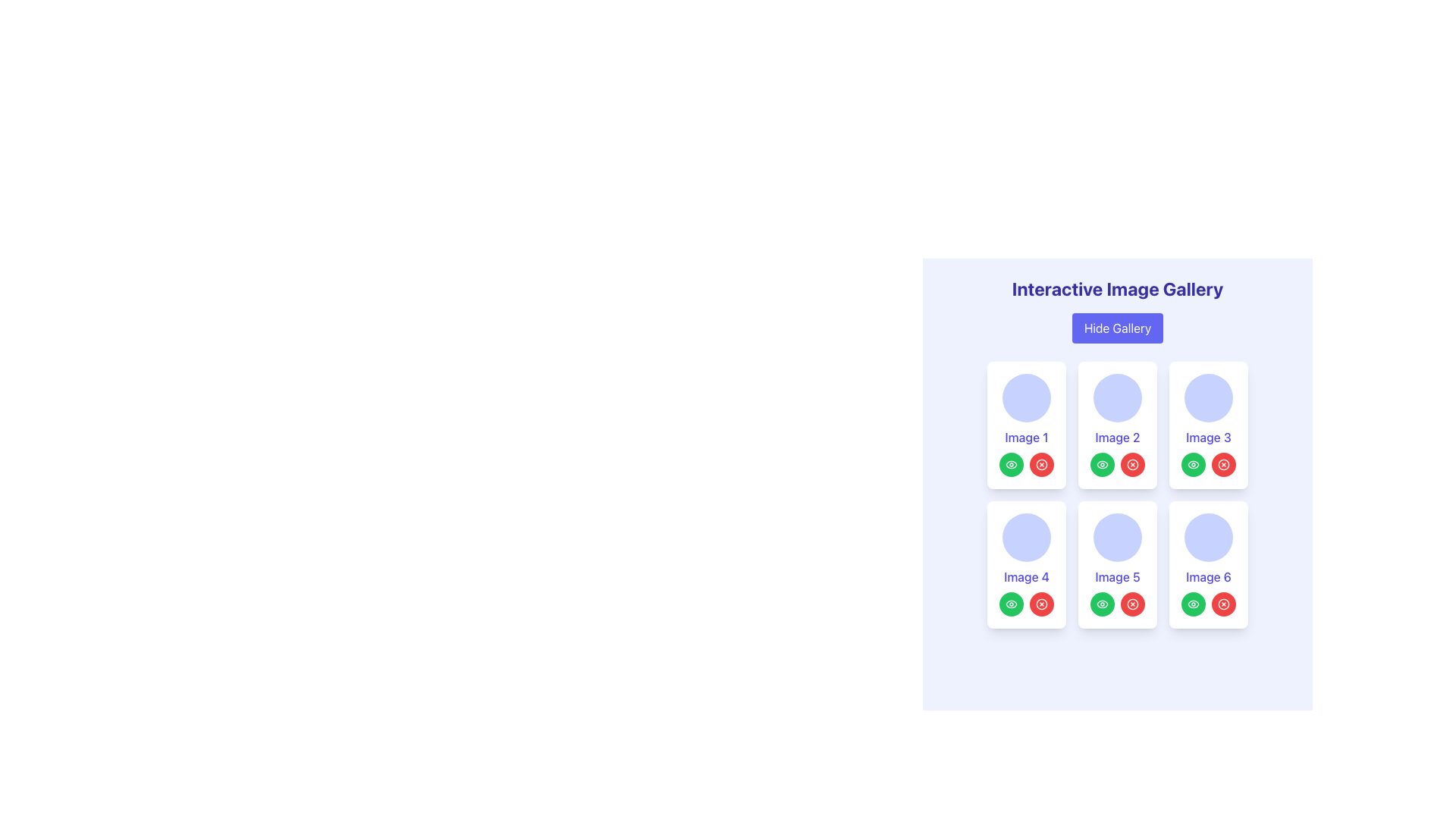 The width and height of the screenshot is (1456, 819). I want to click on the visibility toggle button located to the right of the text 'Image 3' and above the red button, so click(1193, 464).